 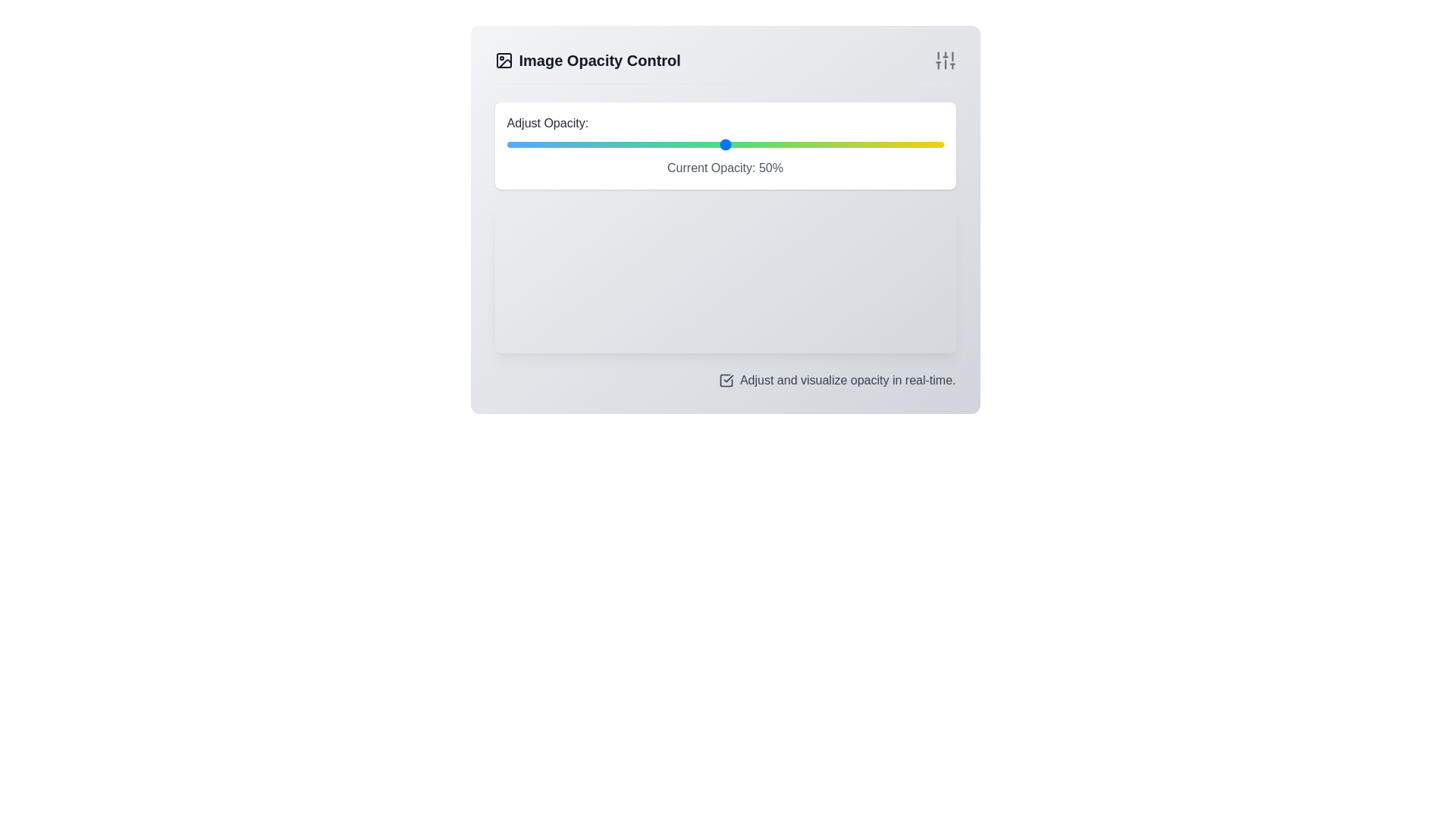 I want to click on the checkbox located near the bottom of the interface, aligned to the left of the descriptive text 'Adjust and visualize opacity in real-time', so click(x=725, y=379).